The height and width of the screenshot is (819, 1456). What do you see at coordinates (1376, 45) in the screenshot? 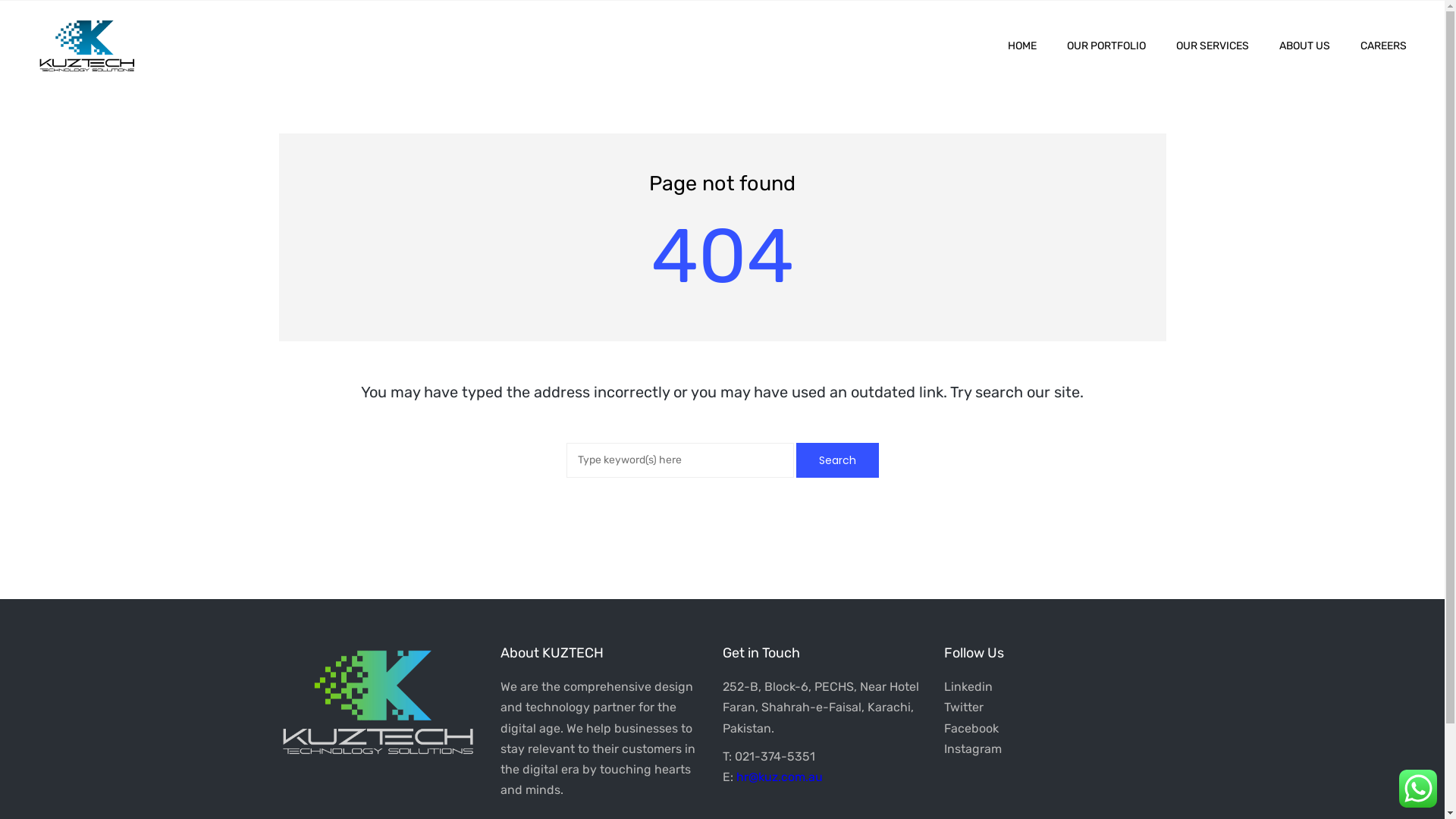
I see `'CAREERS'` at bounding box center [1376, 45].